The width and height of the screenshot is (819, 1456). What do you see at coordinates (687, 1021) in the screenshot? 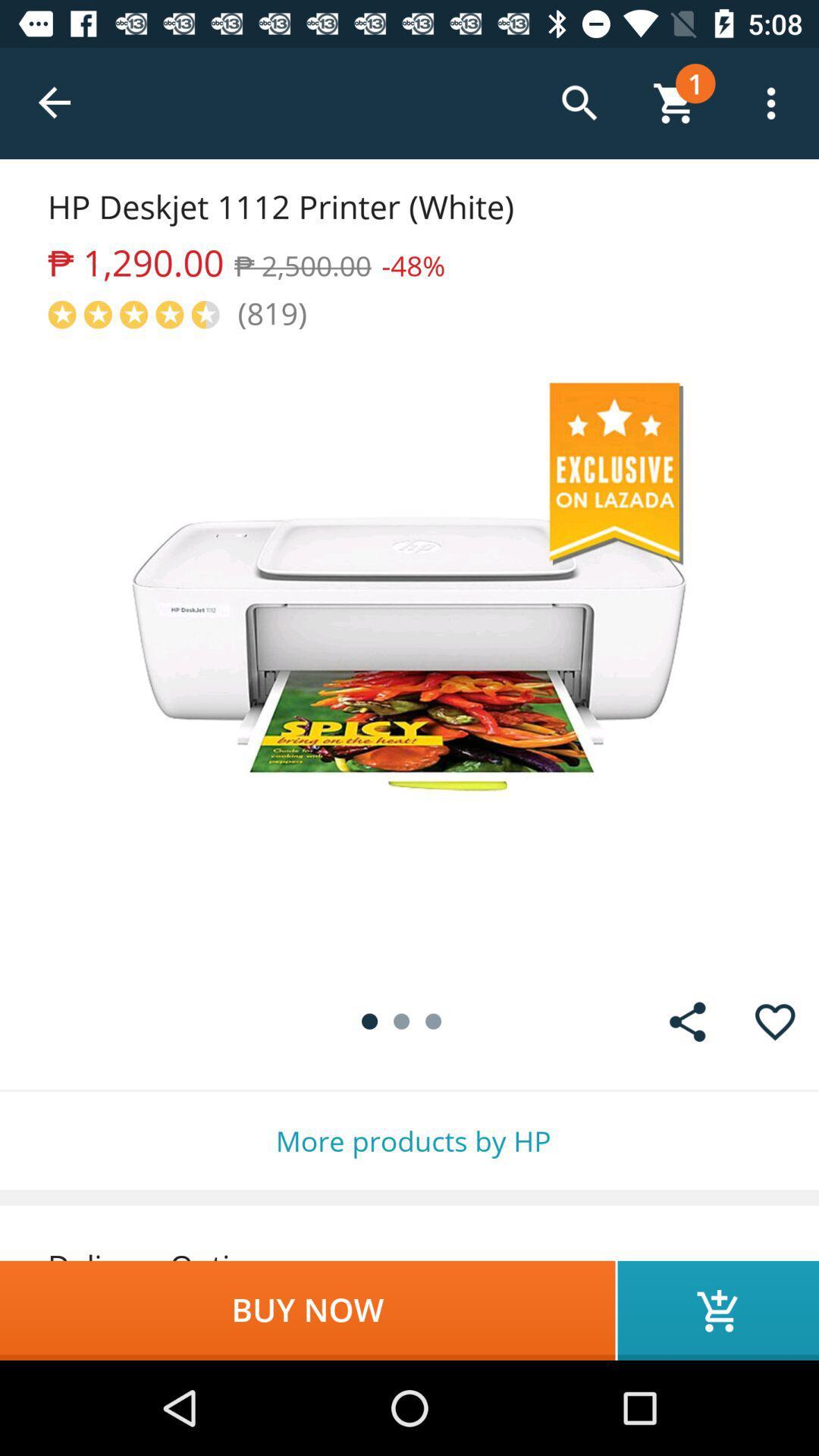
I see `share page` at bounding box center [687, 1021].